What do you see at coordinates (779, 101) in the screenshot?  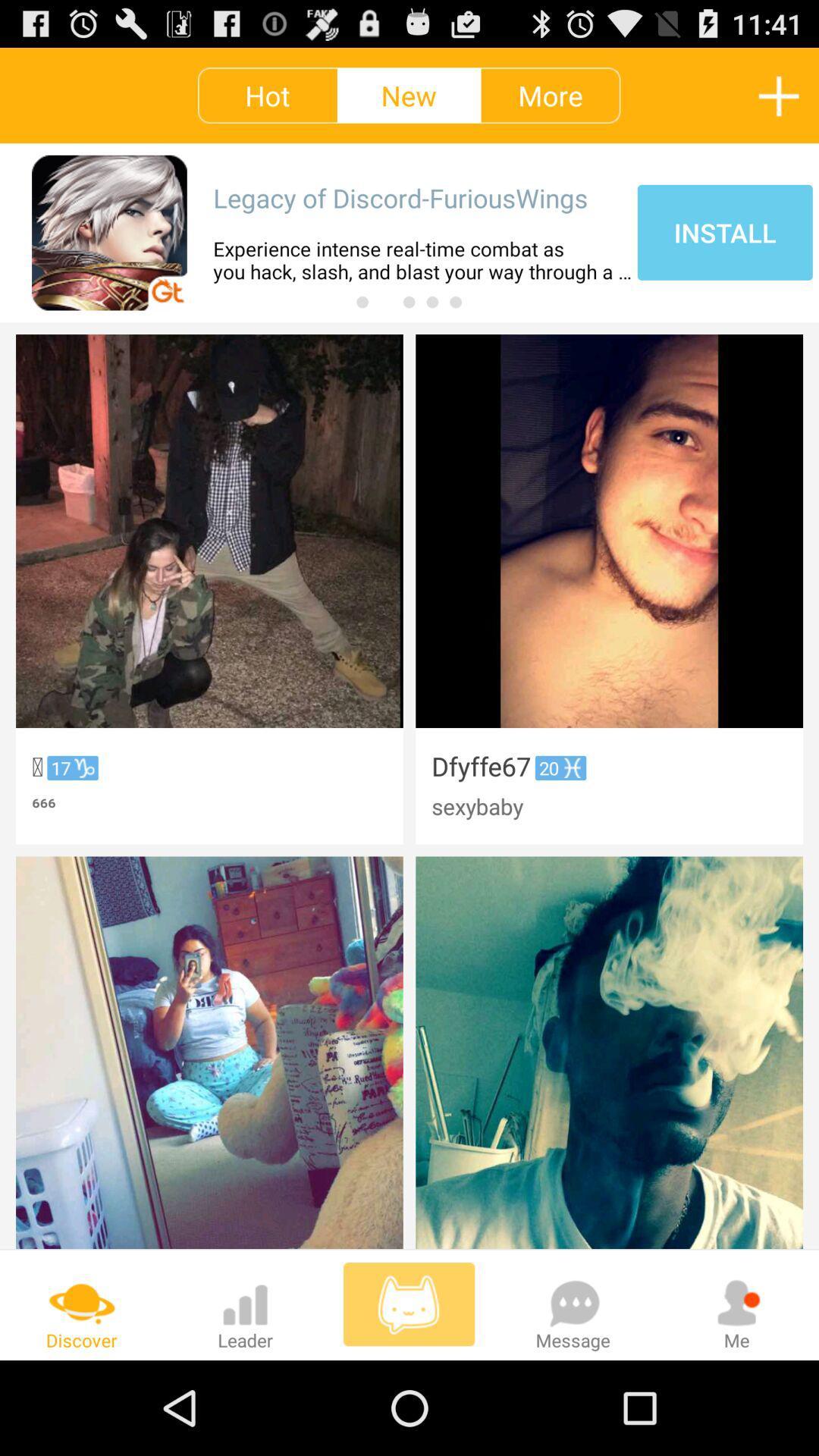 I see `the add icon` at bounding box center [779, 101].